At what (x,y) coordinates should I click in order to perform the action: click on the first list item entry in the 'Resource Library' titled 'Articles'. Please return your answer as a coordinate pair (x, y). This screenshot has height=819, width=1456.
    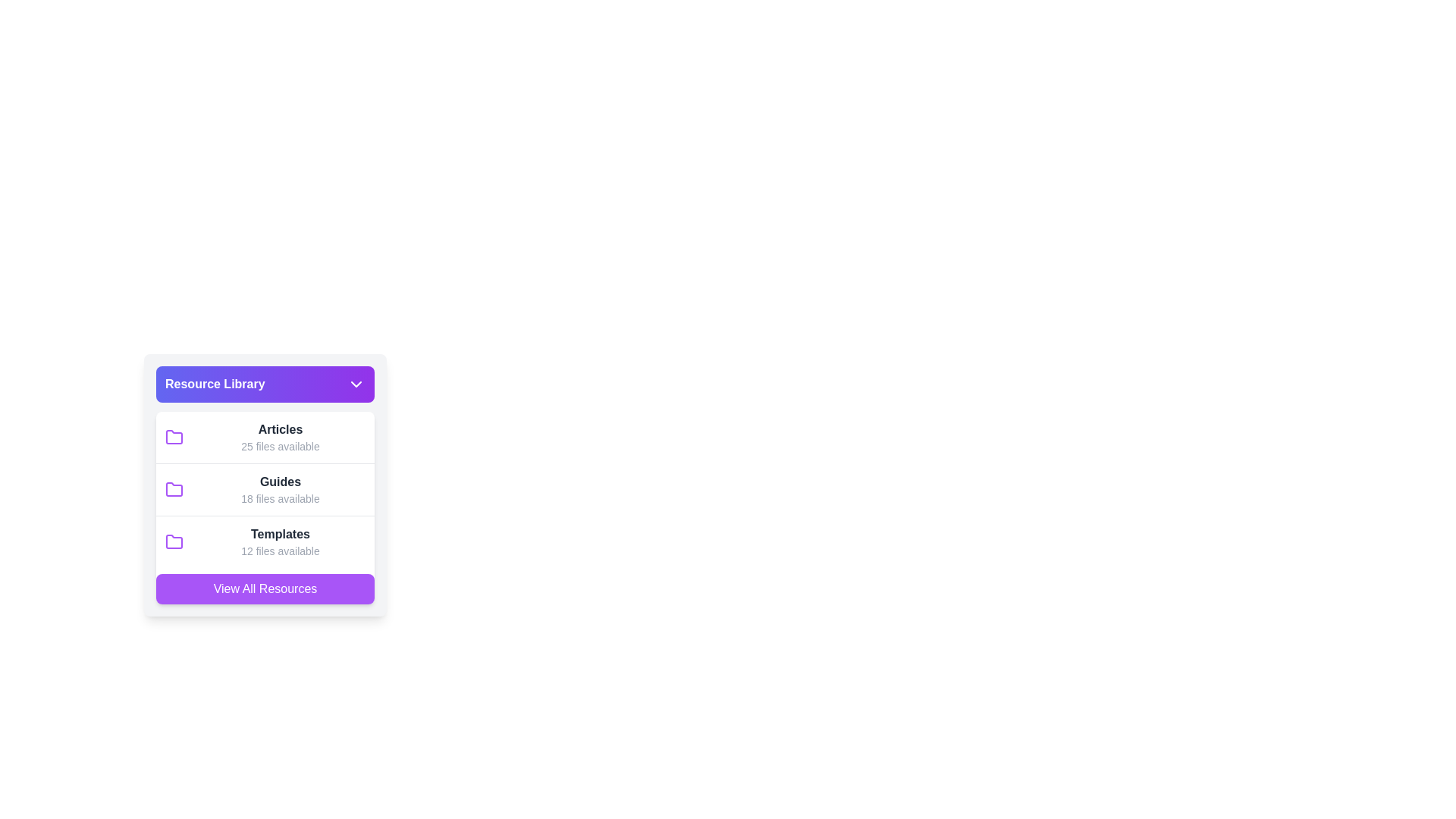
    Looking at the image, I should click on (265, 438).